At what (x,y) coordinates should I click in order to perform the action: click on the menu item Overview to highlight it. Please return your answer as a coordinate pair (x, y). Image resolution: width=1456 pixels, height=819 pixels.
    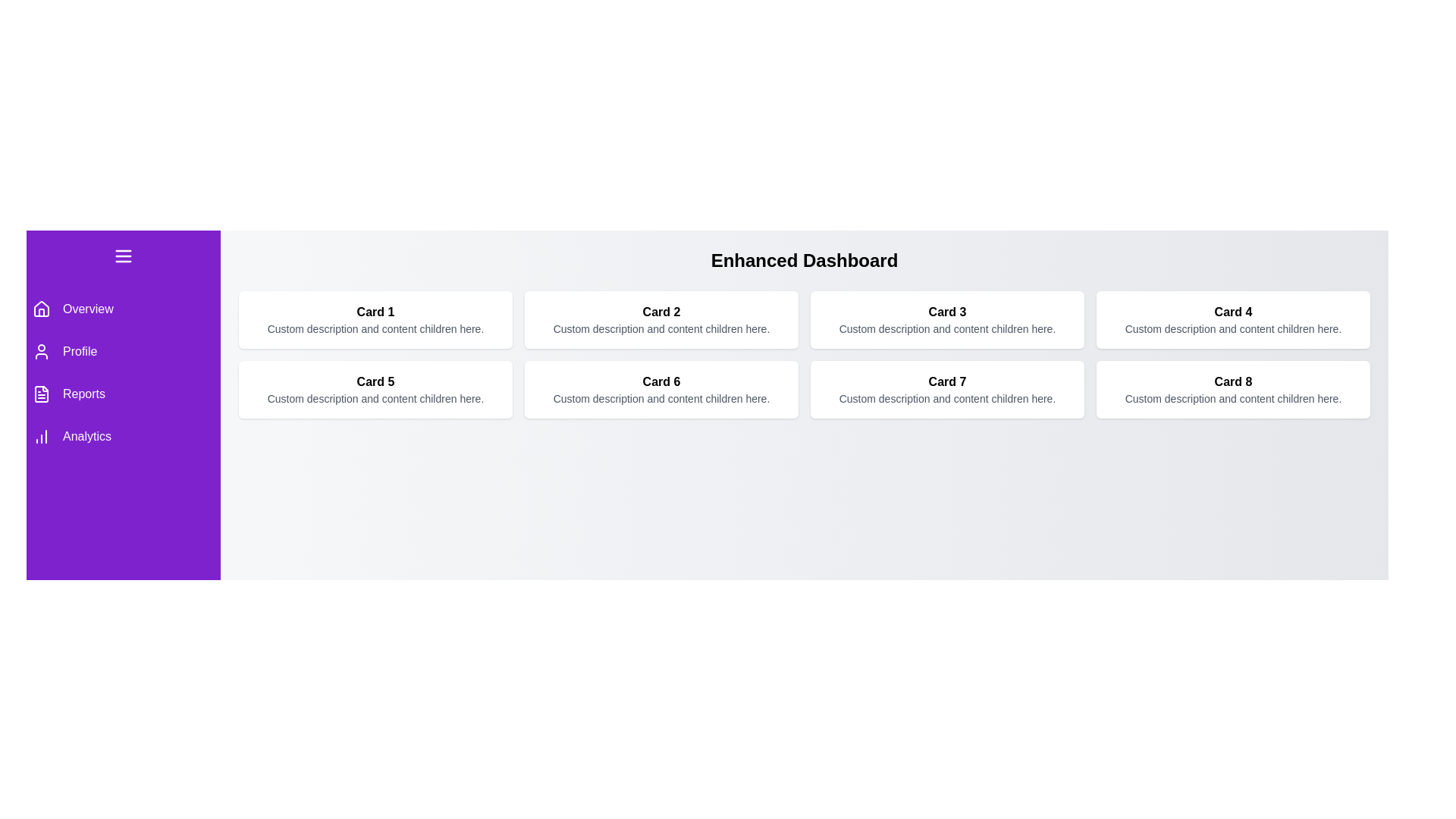
    Looking at the image, I should click on (124, 309).